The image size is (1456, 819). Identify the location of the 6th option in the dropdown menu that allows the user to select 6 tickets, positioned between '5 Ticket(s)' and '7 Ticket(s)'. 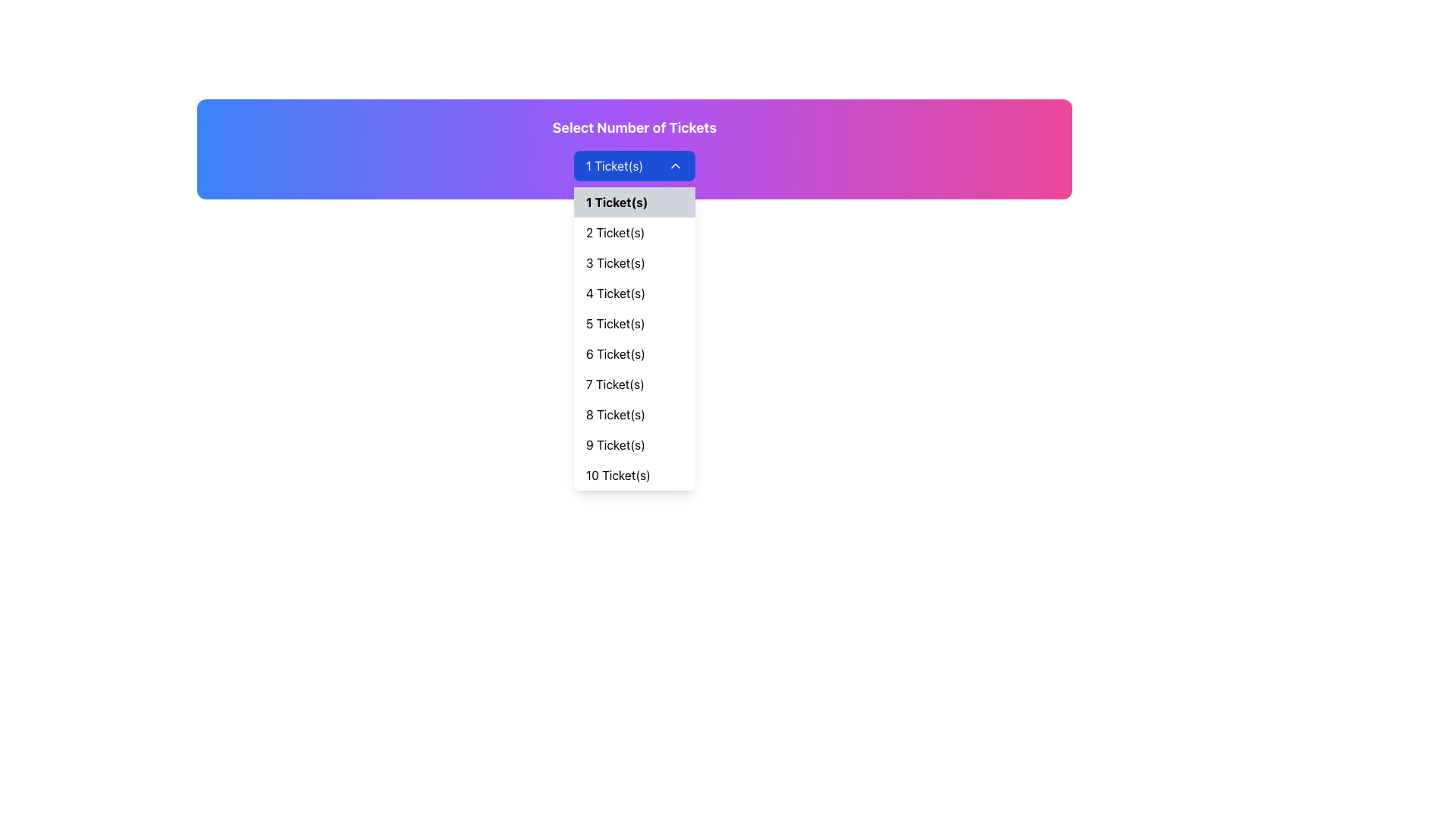
(634, 353).